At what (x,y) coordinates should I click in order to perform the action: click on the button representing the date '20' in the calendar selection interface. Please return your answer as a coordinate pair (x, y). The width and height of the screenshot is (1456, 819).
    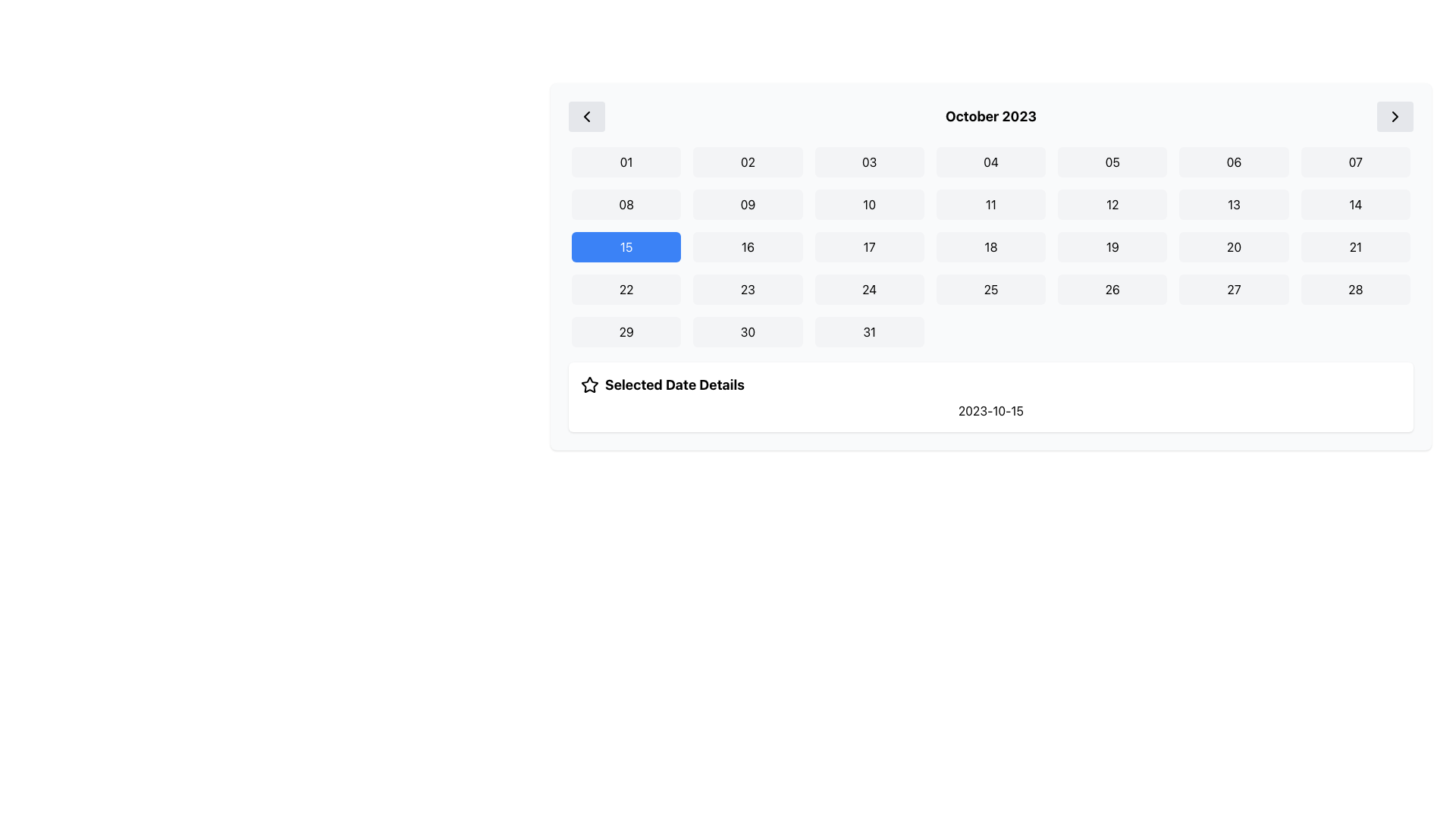
    Looking at the image, I should click on (1234, 246).